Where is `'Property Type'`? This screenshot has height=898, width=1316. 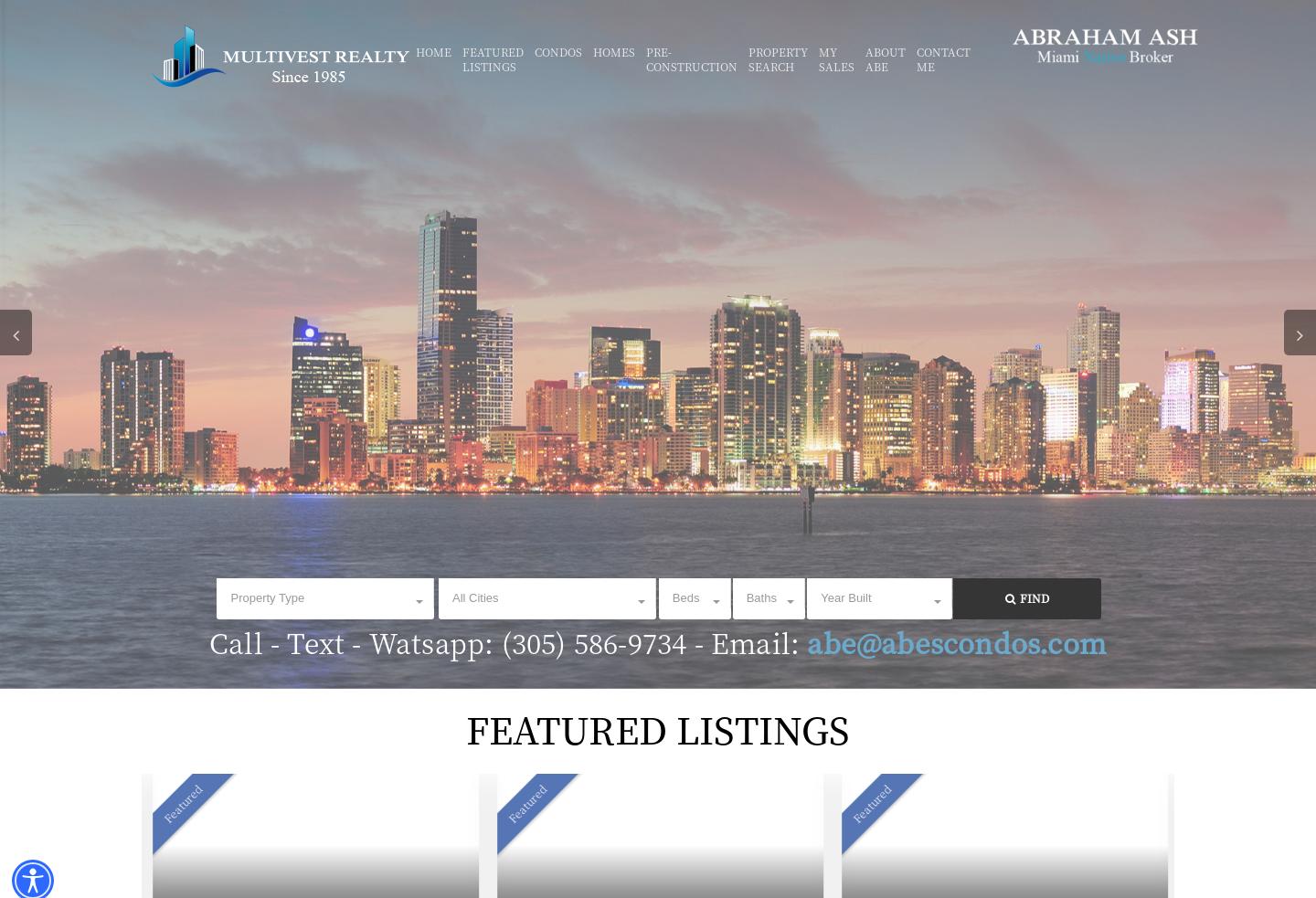 'Property Type' is located at coordinates (266, 597).